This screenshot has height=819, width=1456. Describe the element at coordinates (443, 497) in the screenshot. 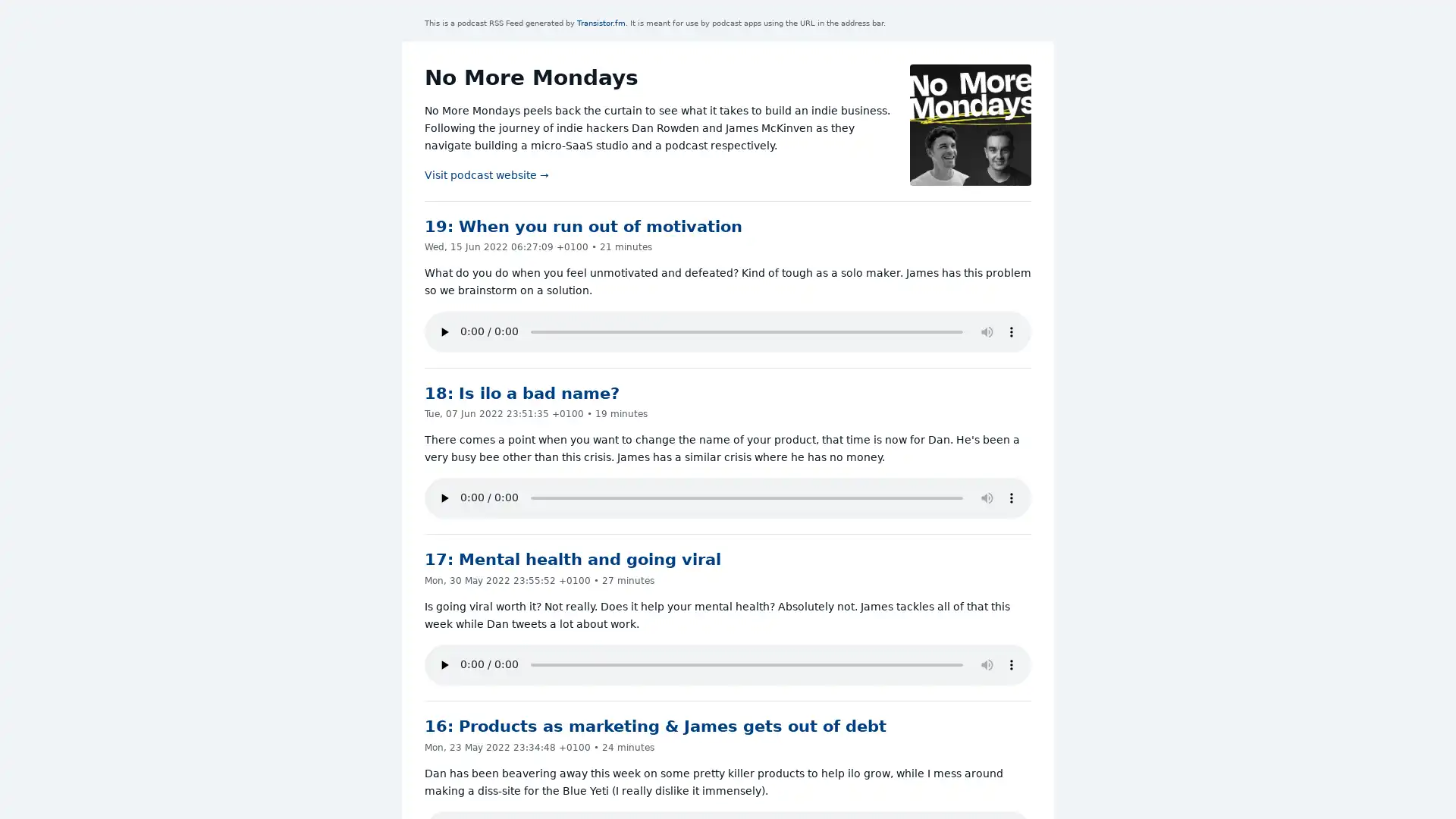

I see `play` at that location.